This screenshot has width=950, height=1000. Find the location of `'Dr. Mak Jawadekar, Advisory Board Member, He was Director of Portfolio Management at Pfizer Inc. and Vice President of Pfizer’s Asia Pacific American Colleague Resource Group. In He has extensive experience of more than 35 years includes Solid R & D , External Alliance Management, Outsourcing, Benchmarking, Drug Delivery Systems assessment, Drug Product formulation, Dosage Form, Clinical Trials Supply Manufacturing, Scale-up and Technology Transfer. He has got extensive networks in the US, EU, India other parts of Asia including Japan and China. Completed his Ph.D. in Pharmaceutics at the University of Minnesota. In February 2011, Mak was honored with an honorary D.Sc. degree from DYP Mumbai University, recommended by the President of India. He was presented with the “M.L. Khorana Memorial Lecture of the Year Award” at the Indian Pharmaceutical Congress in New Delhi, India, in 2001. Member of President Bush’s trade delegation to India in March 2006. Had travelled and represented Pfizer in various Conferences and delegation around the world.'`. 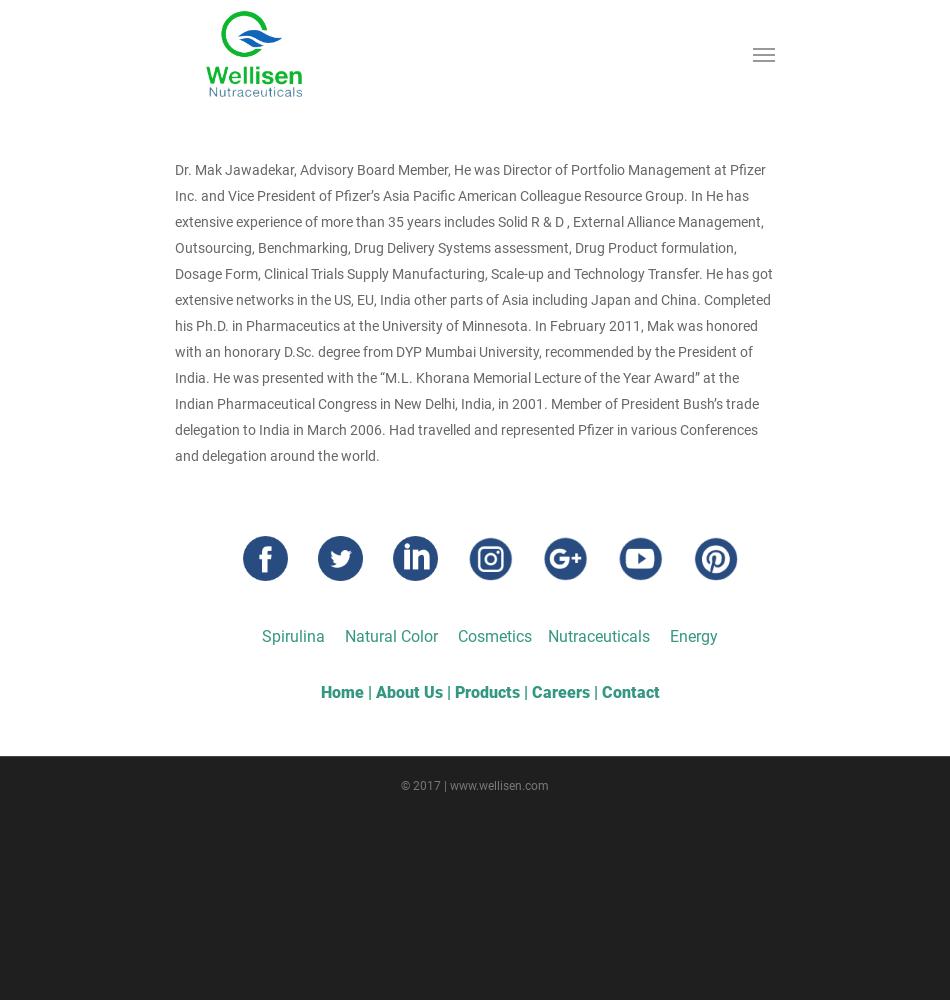

'Dr. Mak Jawadekar, Advisory Board Member, He was Director of Portfolio Management at Pfizer Inc. and Vice President of Pfizer’s Asia Pacific American Colleague Resource Group. In He has extensive experience of more than 35 years includes Solid R & D , External Alliance Management, Outsourcing, Benchmarking, Drug Delivery Systems assessment, Drug Product formulation, Dosage Form, Clinical Trials Supply Manufacturing, Scale-up and Technology Transfer. He has got extensive networks in the US, EU, India other parts of Asia including Japan and China. Completed his Ph.D. in Pharmaceutics at the University of Minnesota. In February 2011, Mak was honored with an honorary D.Sc. degree from DYP Mumbai University, recommended by the President of India. He was presented with the “M.L. Khorana Memorial Lecture of the Year Award” at the Indian Pharmaceutical Congress in New Delhi, India, in 2001. Member of President Bush’s trade delegation to India in March 2006. Had travelled and represented Pfizer in various Conferences and delegation around the world.' is located at coordinates (472, 312).